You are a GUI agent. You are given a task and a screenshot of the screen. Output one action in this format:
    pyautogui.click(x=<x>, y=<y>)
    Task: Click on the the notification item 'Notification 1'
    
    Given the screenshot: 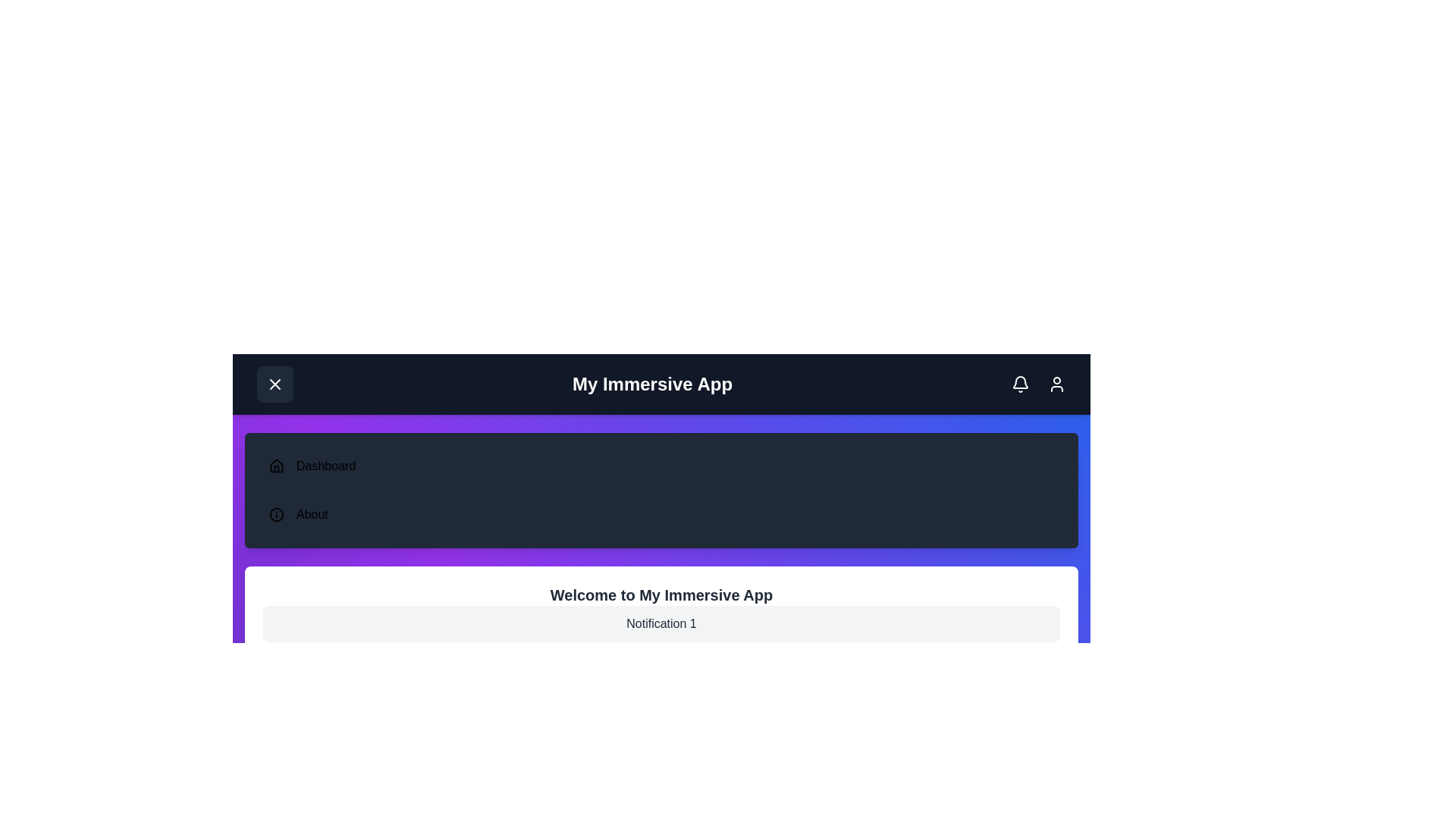 What is the action you would take?
    pyautogui.click(x=661, y=623)
    